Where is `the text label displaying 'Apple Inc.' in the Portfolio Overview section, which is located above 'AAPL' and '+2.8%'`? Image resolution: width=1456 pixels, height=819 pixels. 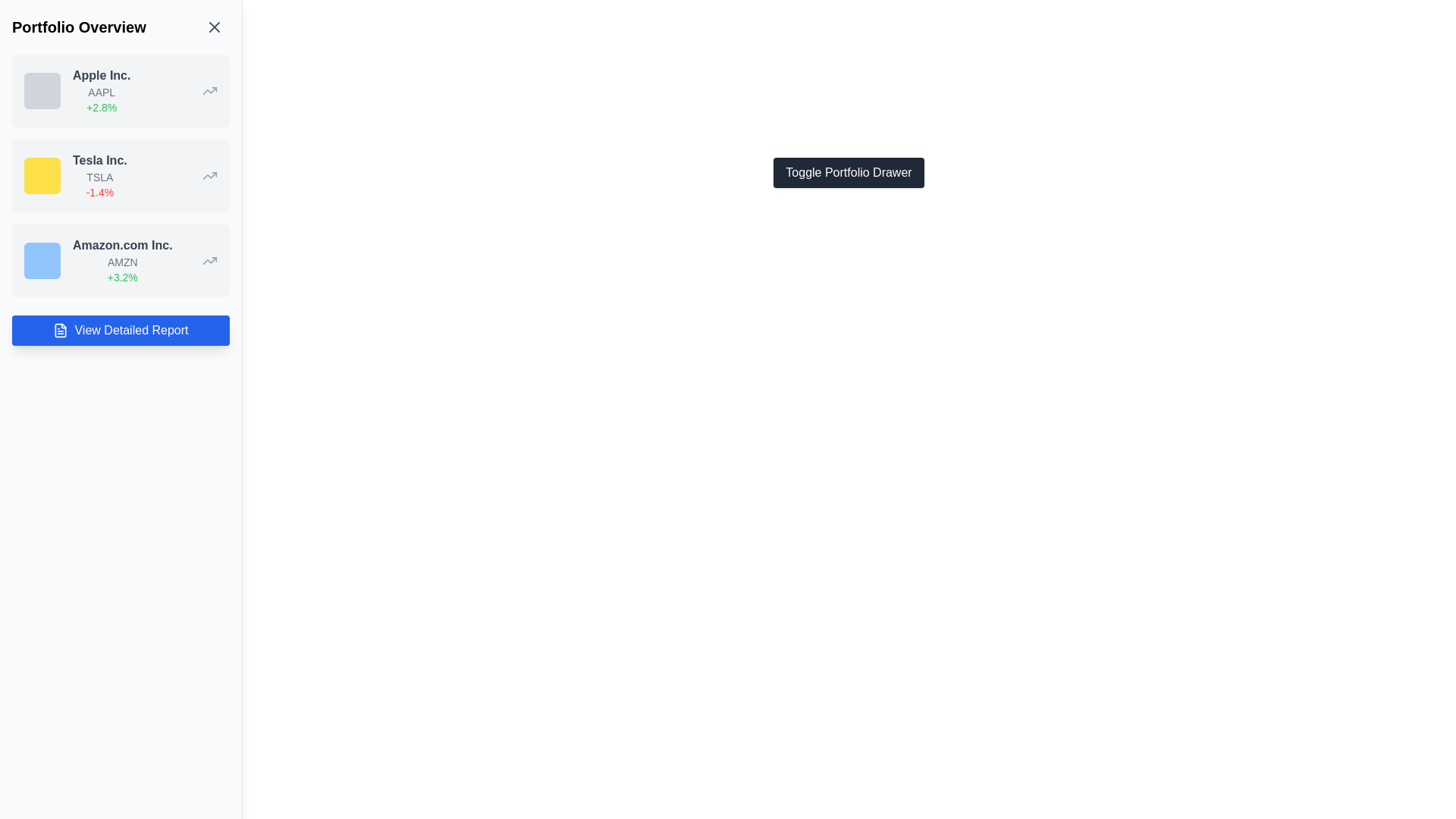 the text label displaying 'Apple Inc.' in the Portfolio Overview section, which is located above 'AAPL' and '+2.8%' is located at coordinates (101, 76).